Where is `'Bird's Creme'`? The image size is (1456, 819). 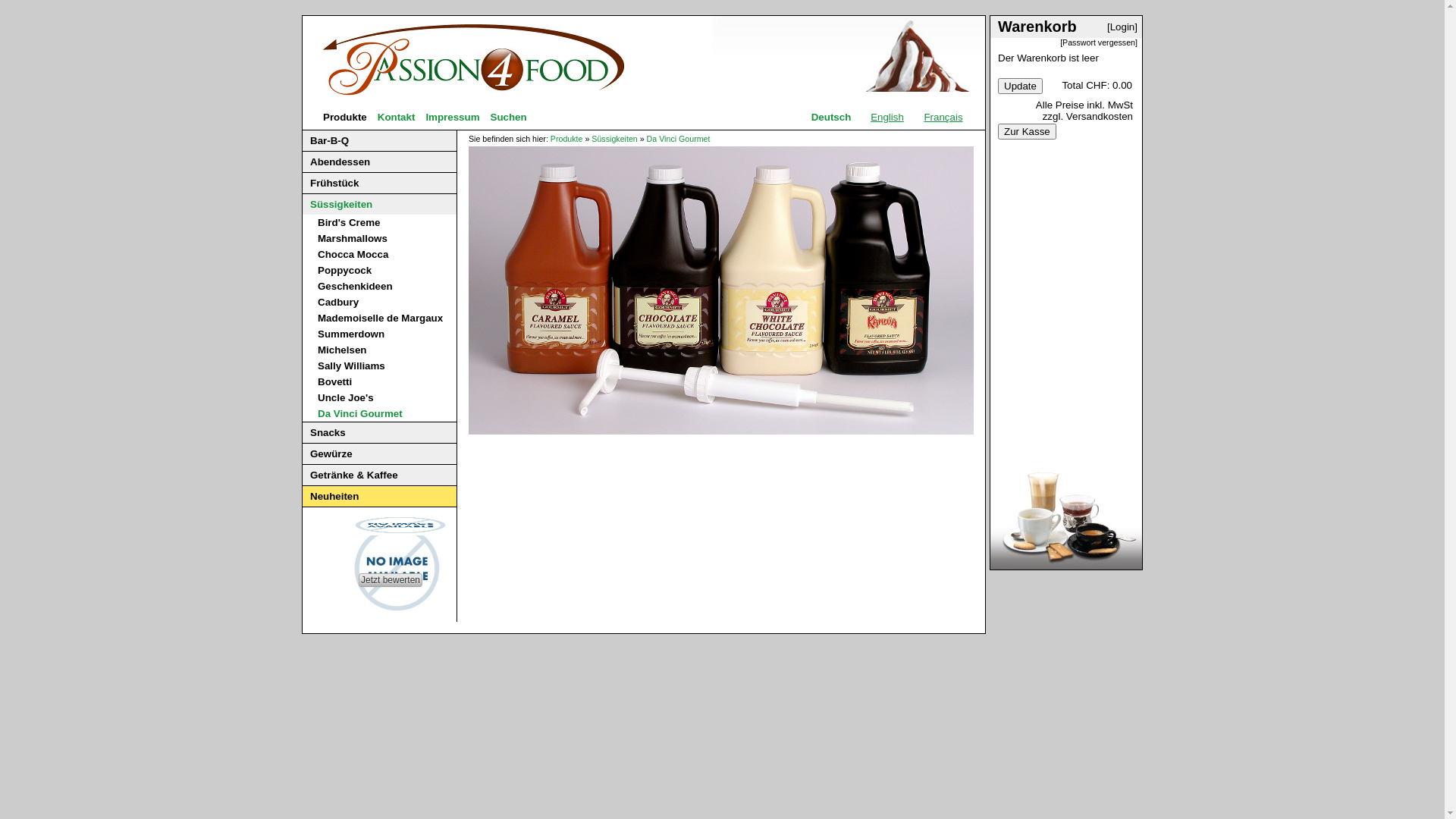
'Bird's Creme' is located at coordinates (348, 222).